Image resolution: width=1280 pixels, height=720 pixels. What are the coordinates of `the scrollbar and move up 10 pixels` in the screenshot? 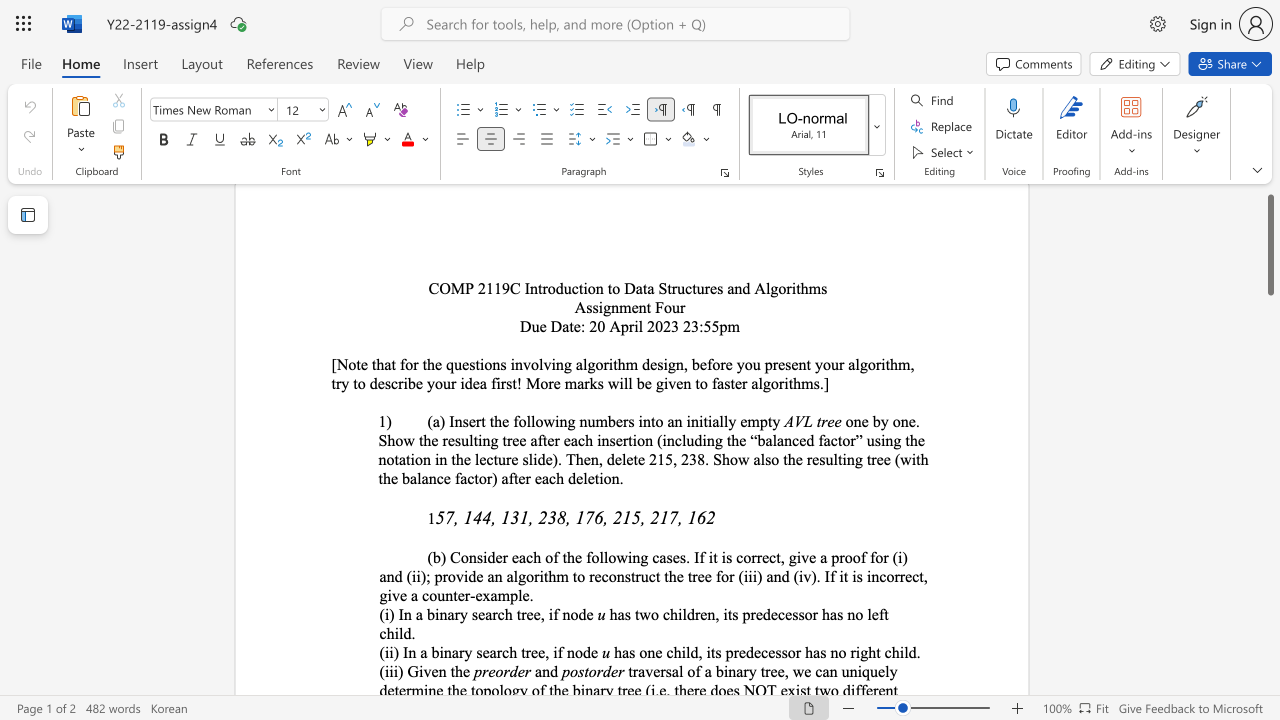 It's located at (1269, 244).